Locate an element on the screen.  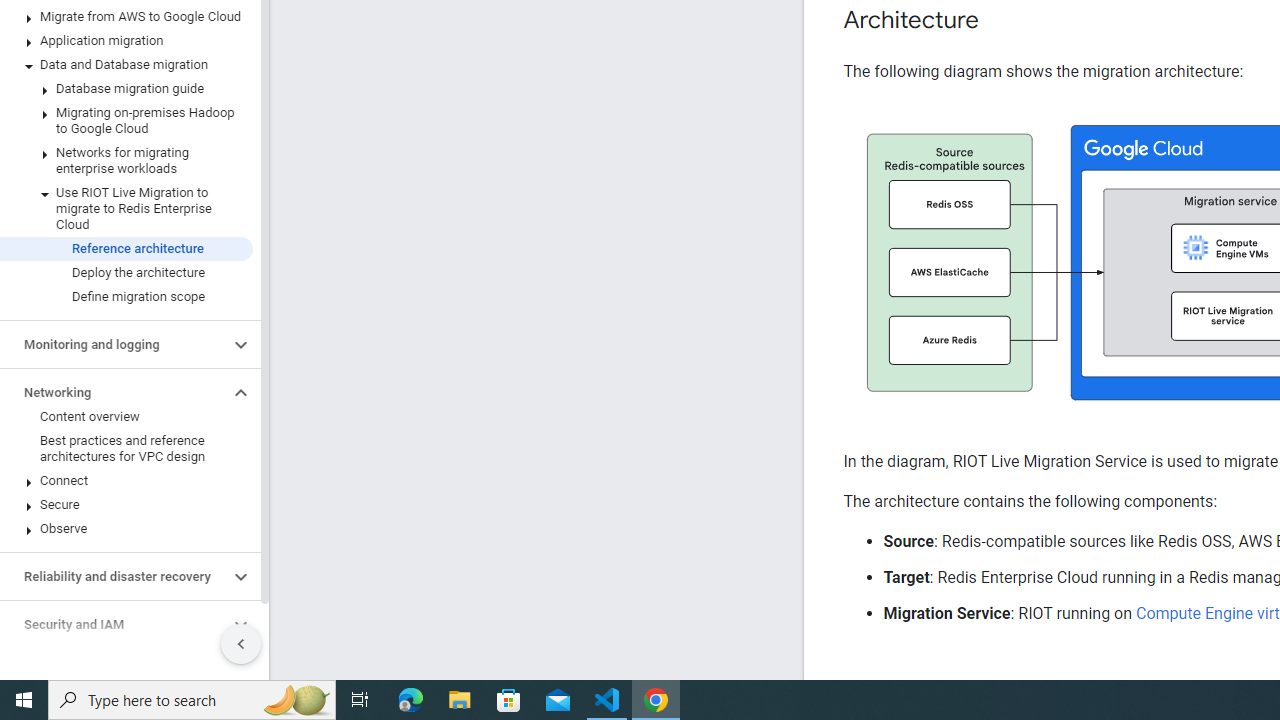
'Networking' is located at coordinates (113, 392).